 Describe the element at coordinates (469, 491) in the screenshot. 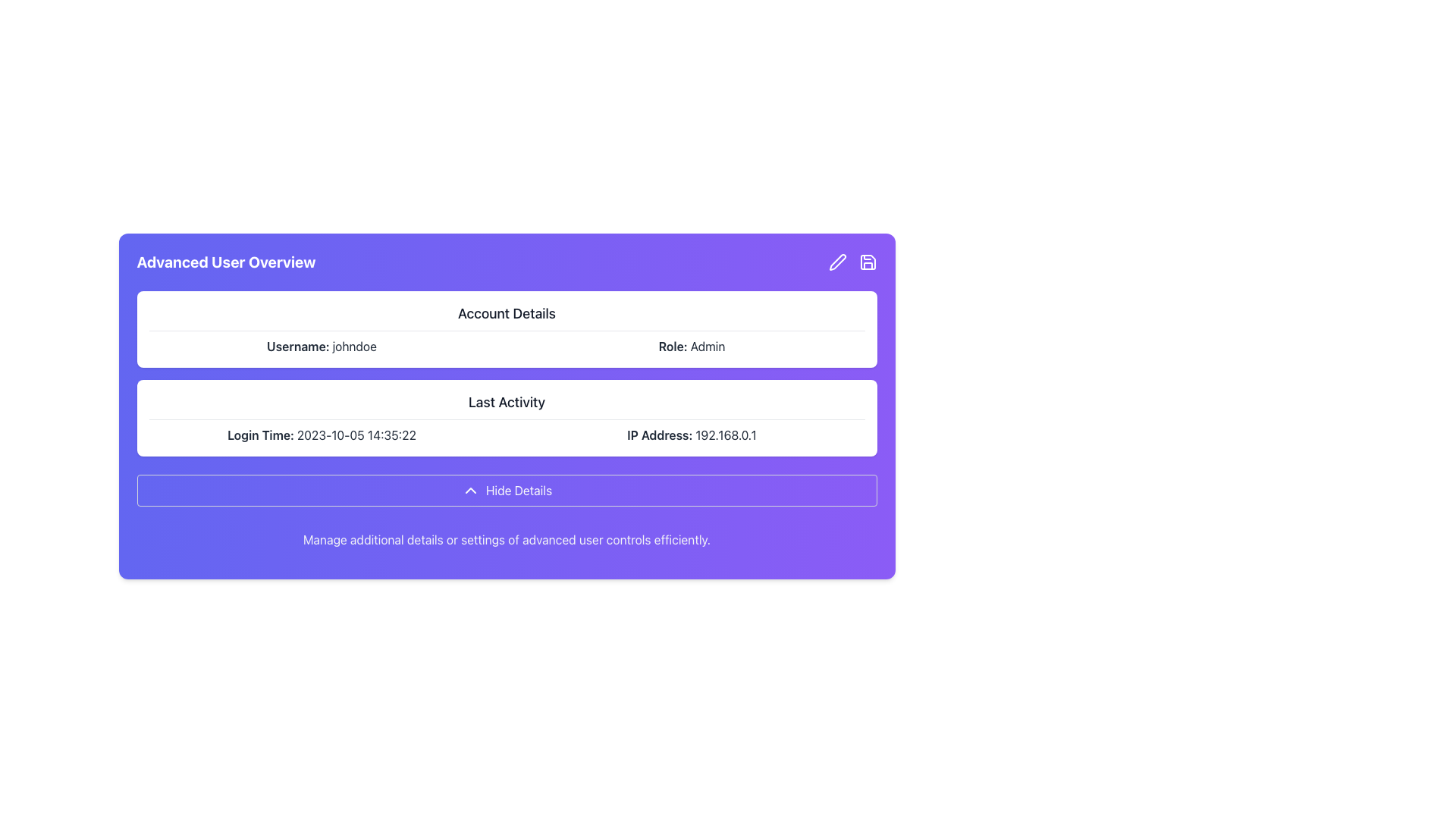

I see `the upward-pointing chevron icon with a minimal line design, which is white on a purple background, located inside the 'Hide Details' button at the center-left of the button's bounds` at that location.